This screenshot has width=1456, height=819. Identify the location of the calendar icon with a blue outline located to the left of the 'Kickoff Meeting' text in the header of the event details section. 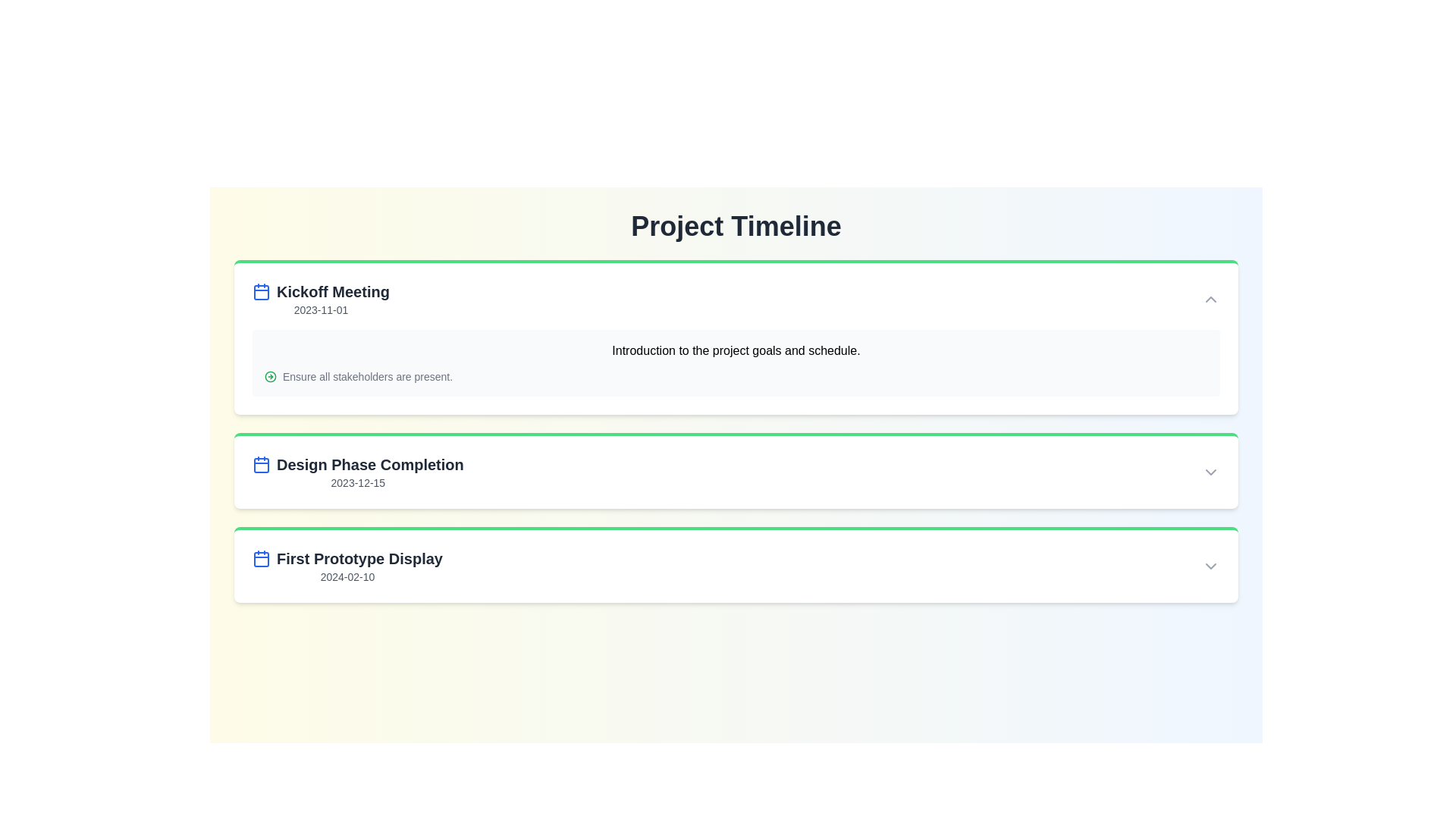
(262, 292).